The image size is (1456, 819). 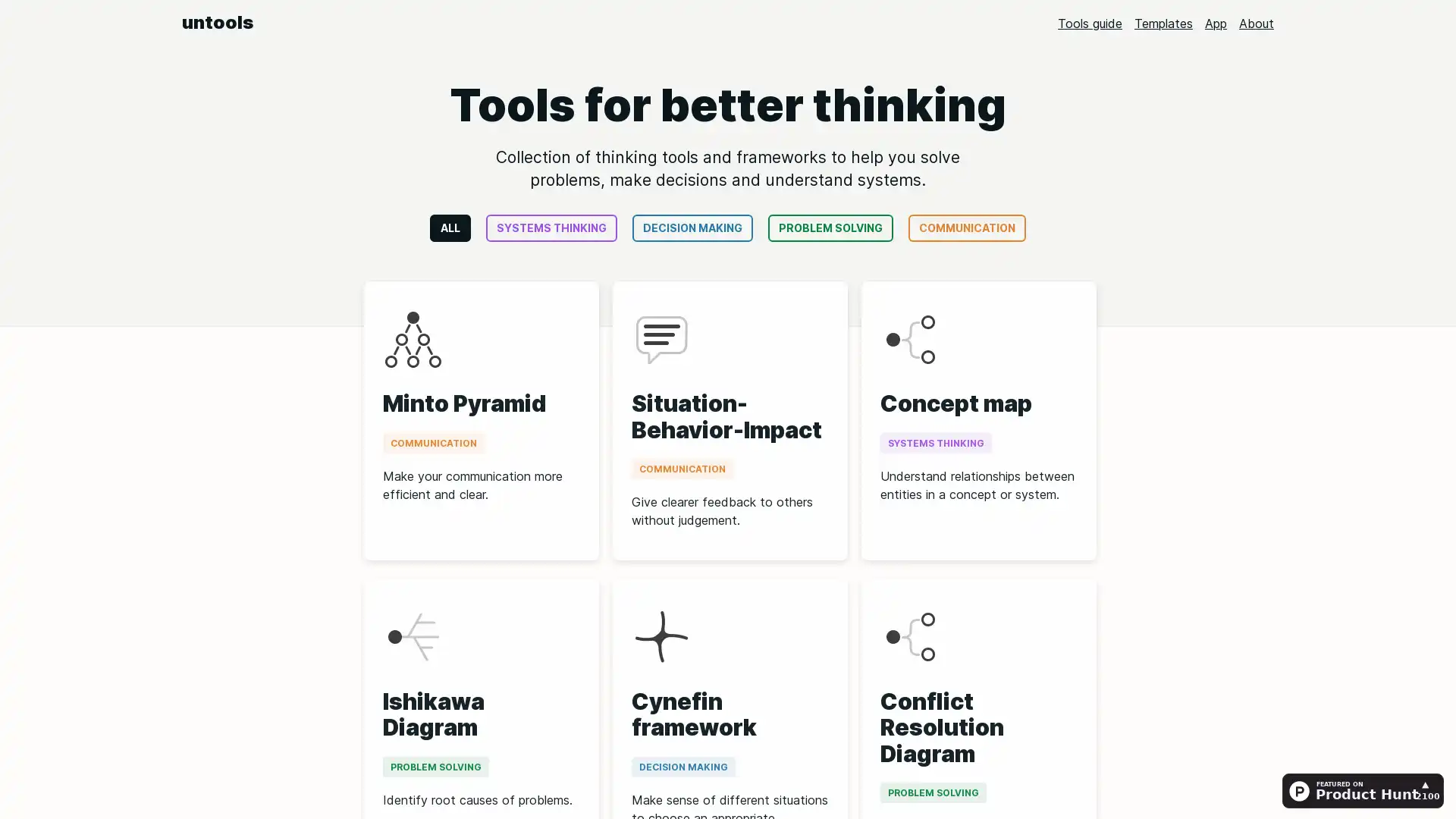 I want to click on COMMUNICATION, so click(x=966, y=227).